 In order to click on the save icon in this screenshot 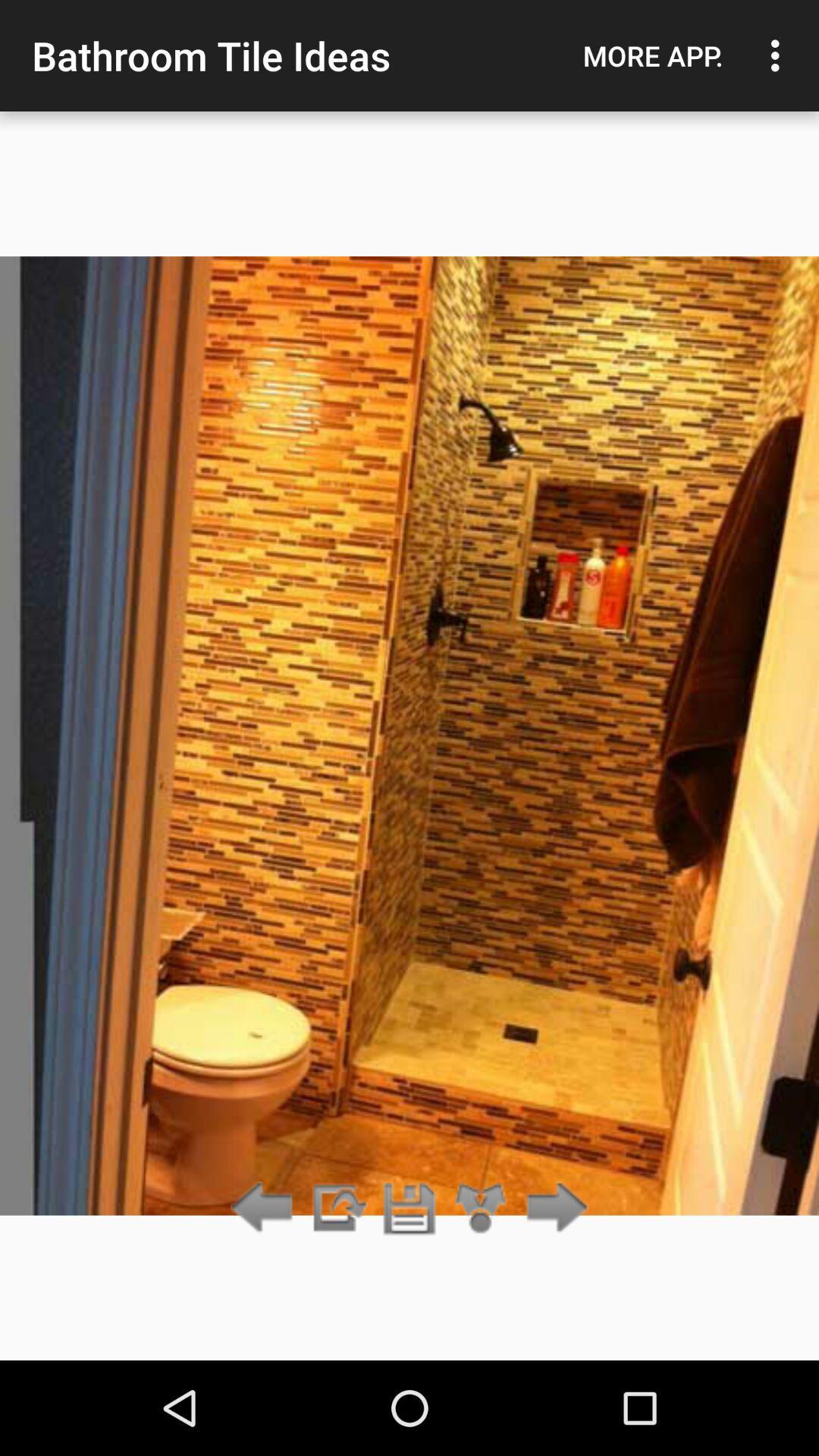, I will do `click(409, 1208)`.